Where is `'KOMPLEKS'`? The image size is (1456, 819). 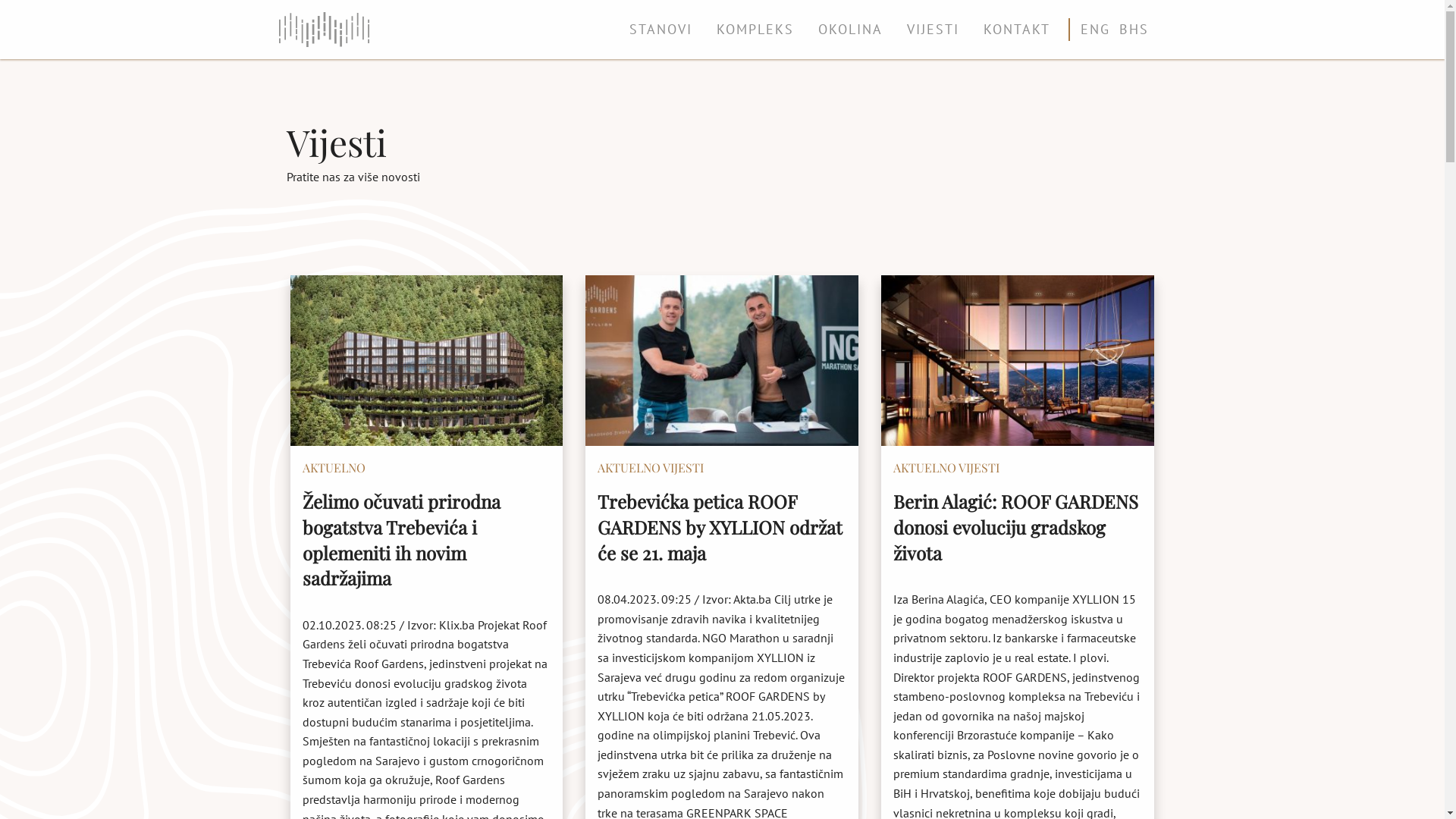
'KOMPLEKS' is located at coordinates (754, 29).